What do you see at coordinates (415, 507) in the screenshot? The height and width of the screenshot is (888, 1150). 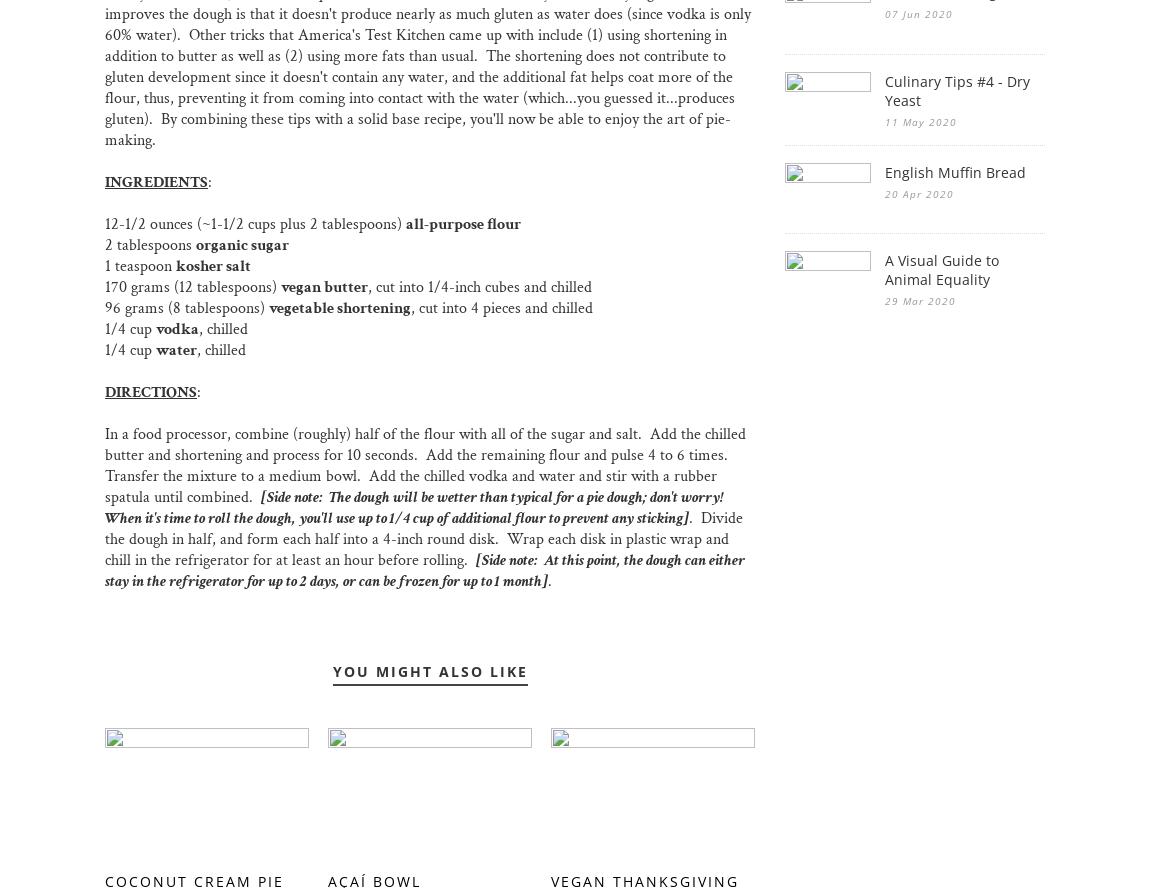 I see `'[Side note:  The dough will be wetter than typical for a pie dough; don't worry!  When it's time to roll the dough, you'll use up to 1/4 cup of additional flour to prevent any sticking]'` at bounding box center [415, 507].